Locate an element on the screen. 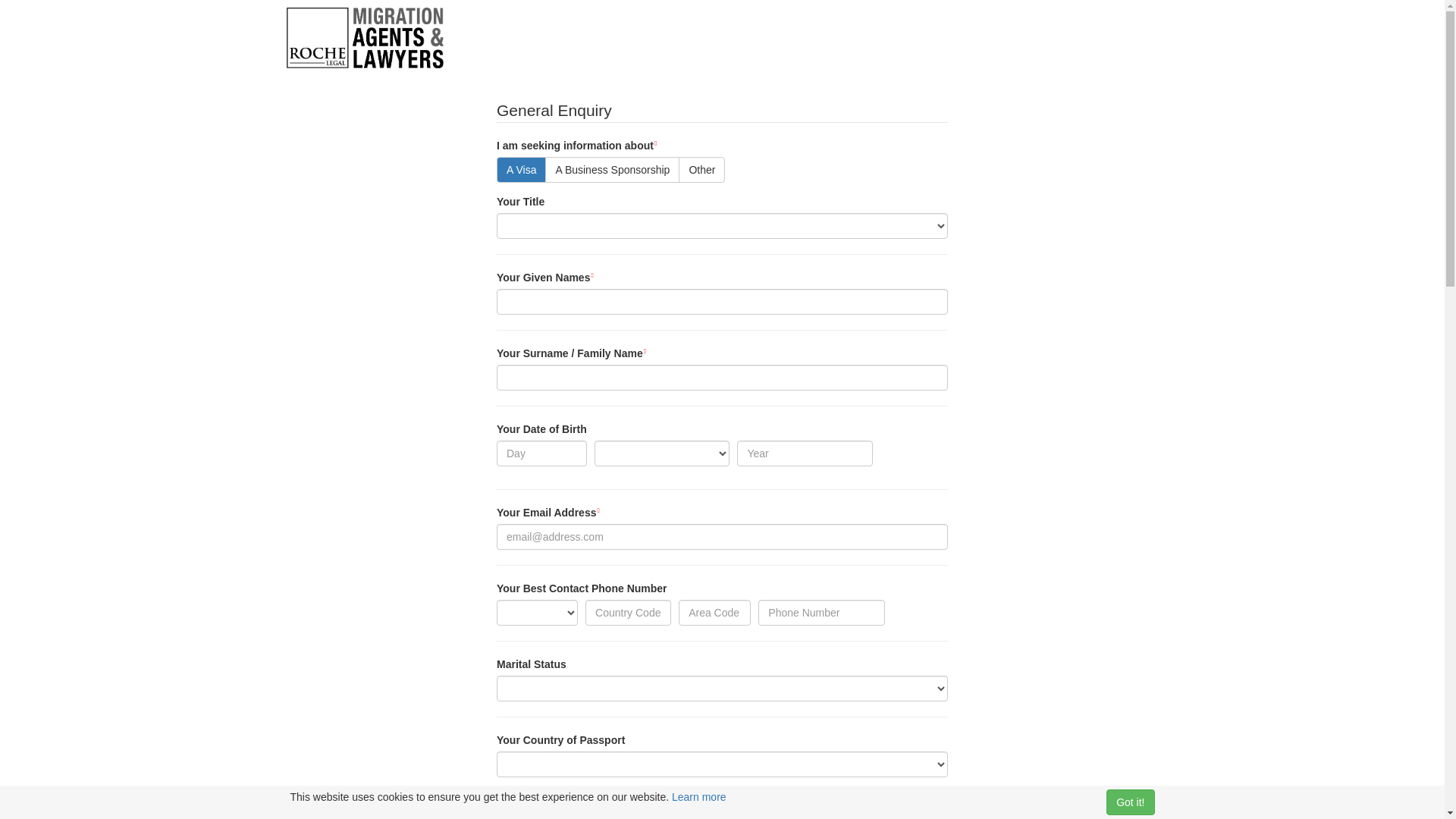 The image size is (1456, 819). 'A Business Sponsorship' is located at coordinates (612, 169).